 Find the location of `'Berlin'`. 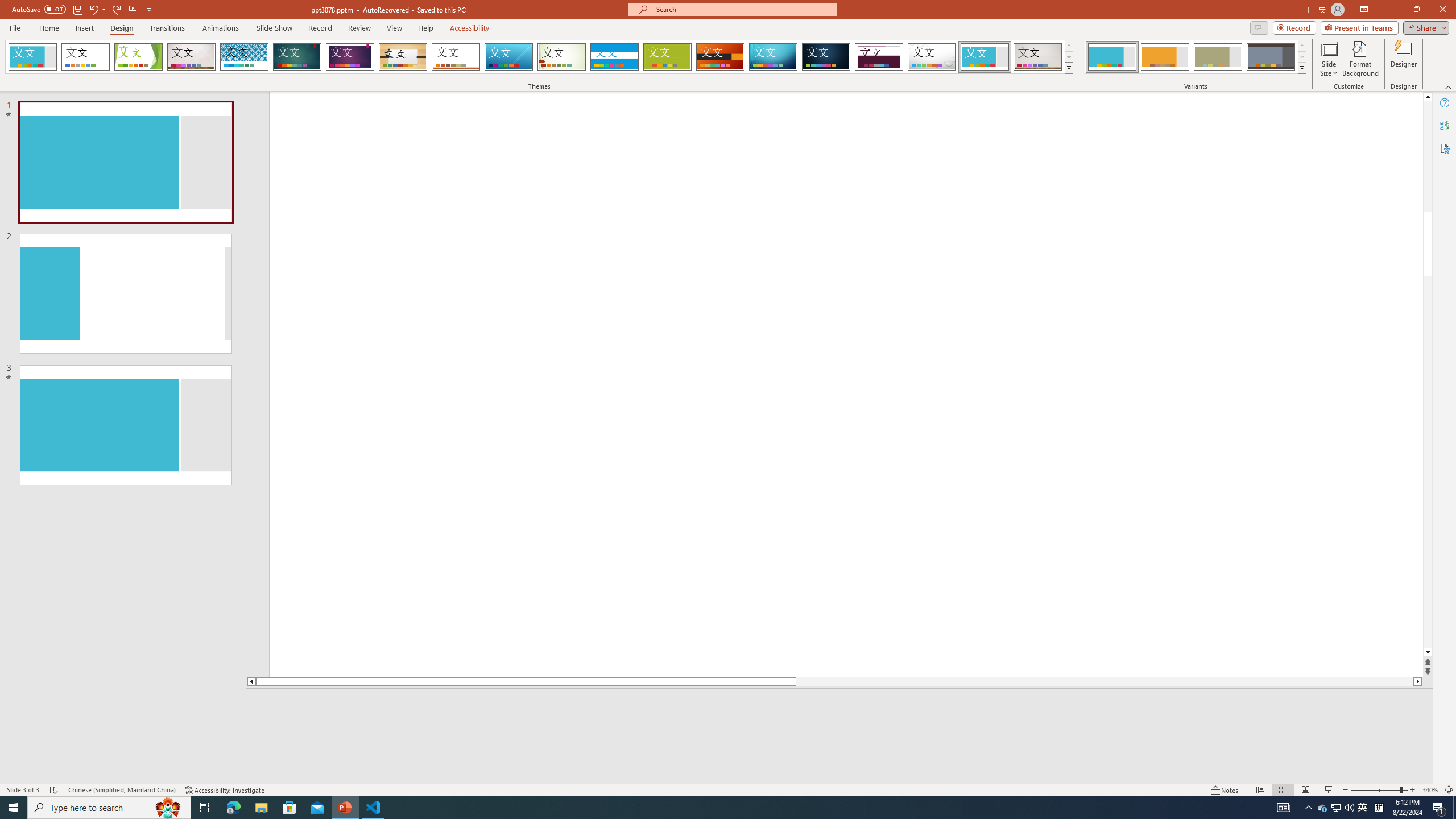

'Berlin' is located at coordinates (721, 56).